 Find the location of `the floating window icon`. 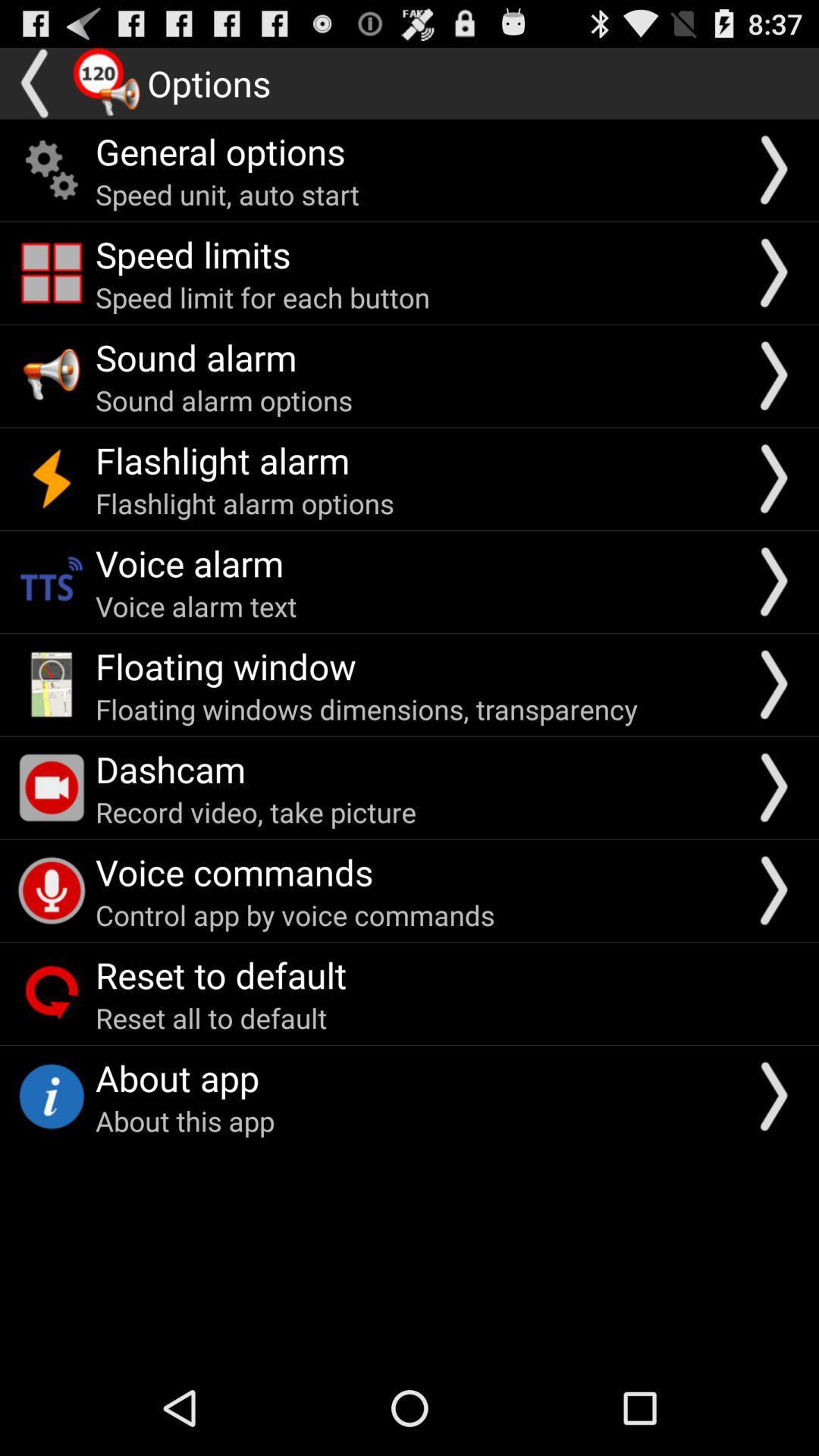

the floating window icon is located at coordinates (225, 666).